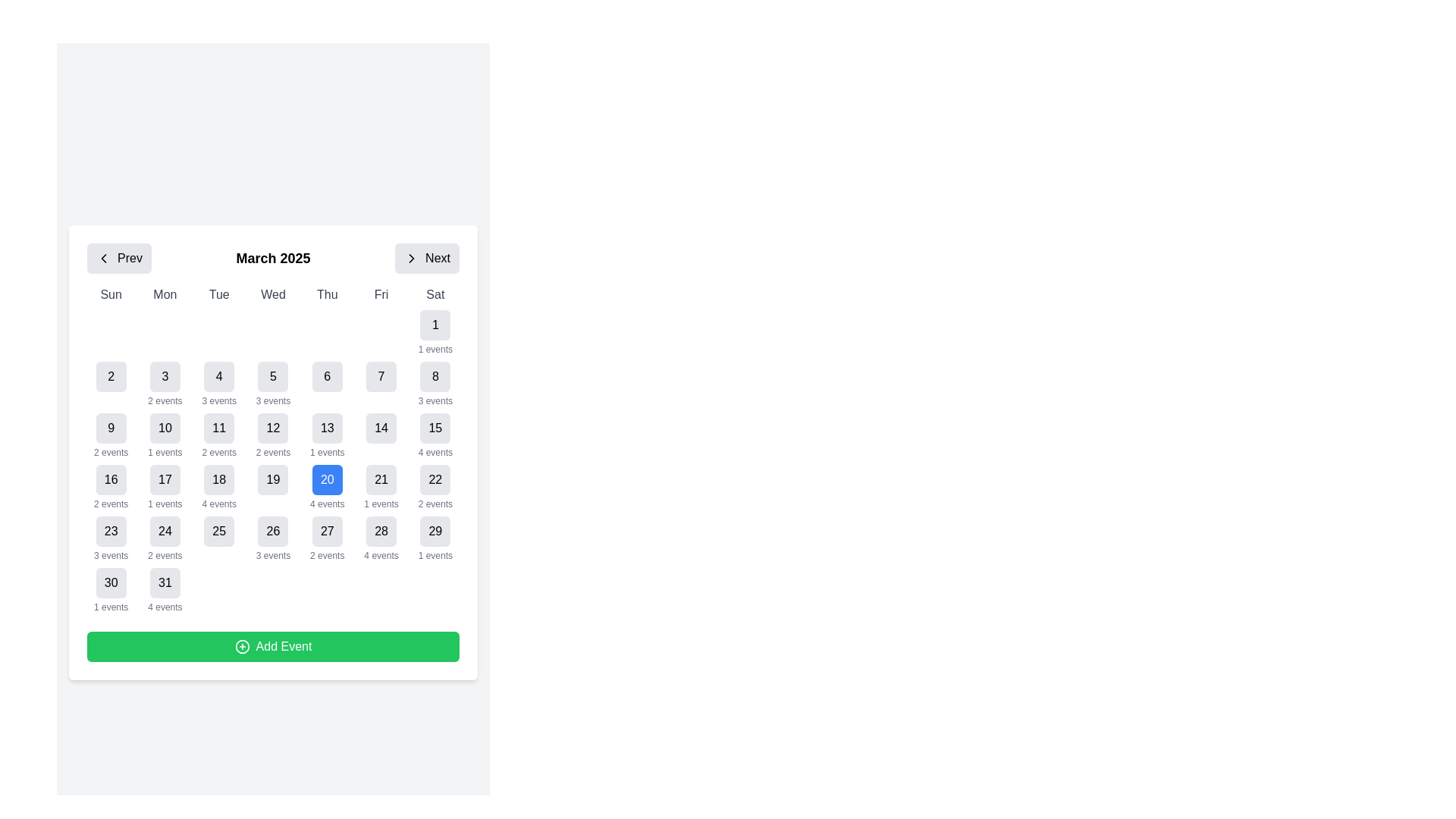 The image size is (1456, 819). I want to click on the calendar date box displaying '31' with '4 events' below it, so click(165, 590).